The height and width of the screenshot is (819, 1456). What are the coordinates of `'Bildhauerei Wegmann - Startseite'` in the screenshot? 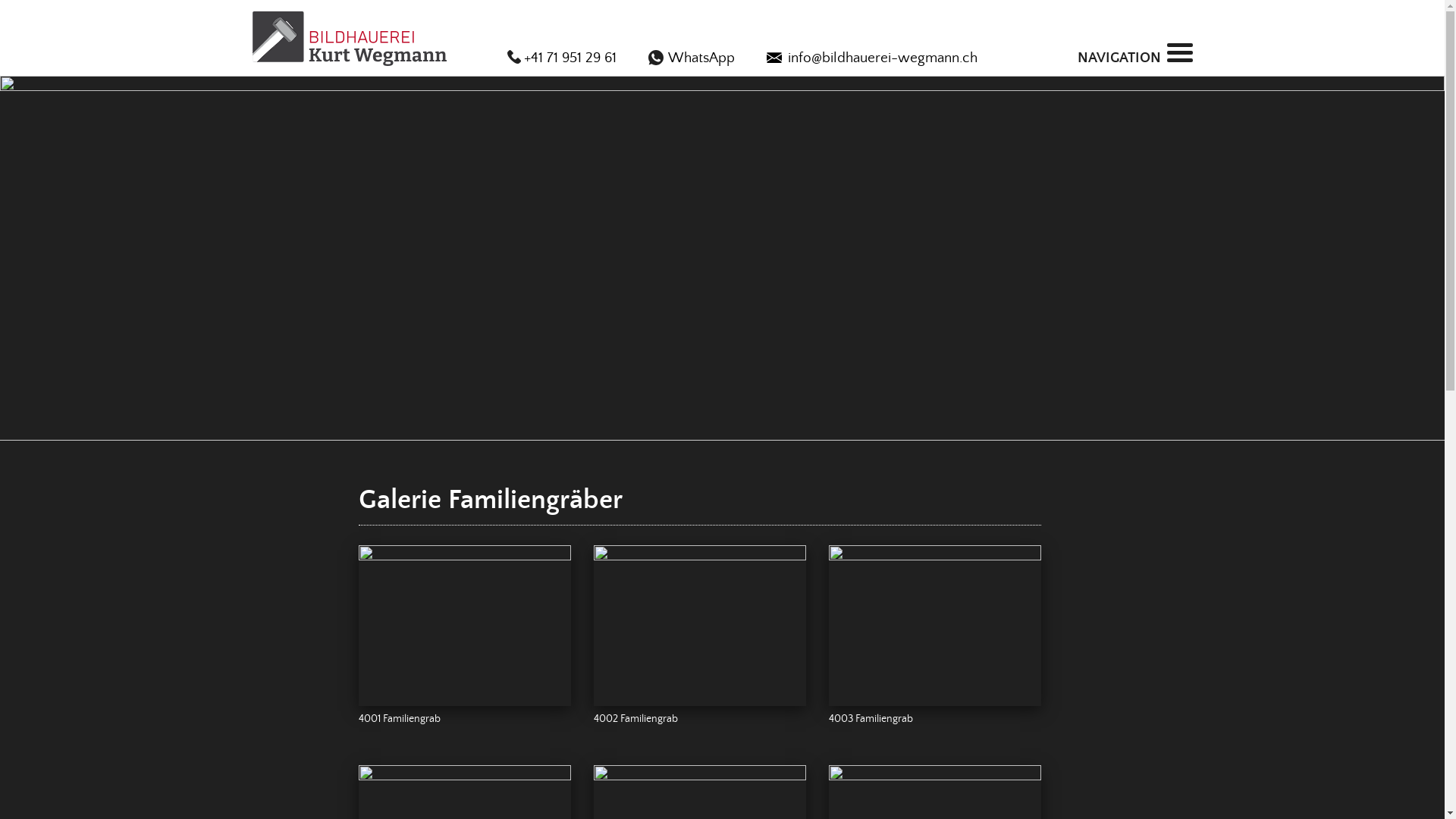 It's located at (348, 37).